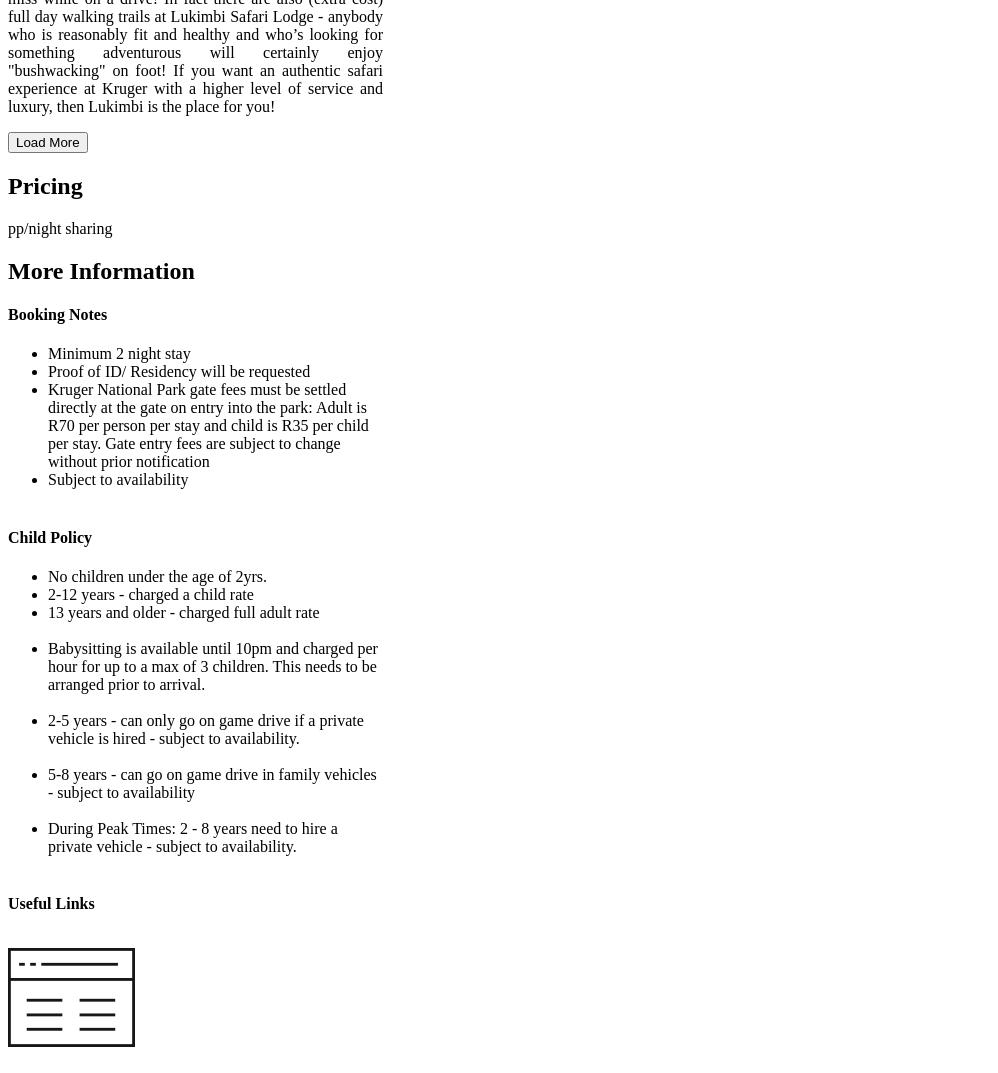 The height and width of the screenshot is (1073, 998). What do you see at coordinates (182, 610) in the screenshot?
I see `'13 years and older - charged full adult rate'` at bounding box center [182, 610].